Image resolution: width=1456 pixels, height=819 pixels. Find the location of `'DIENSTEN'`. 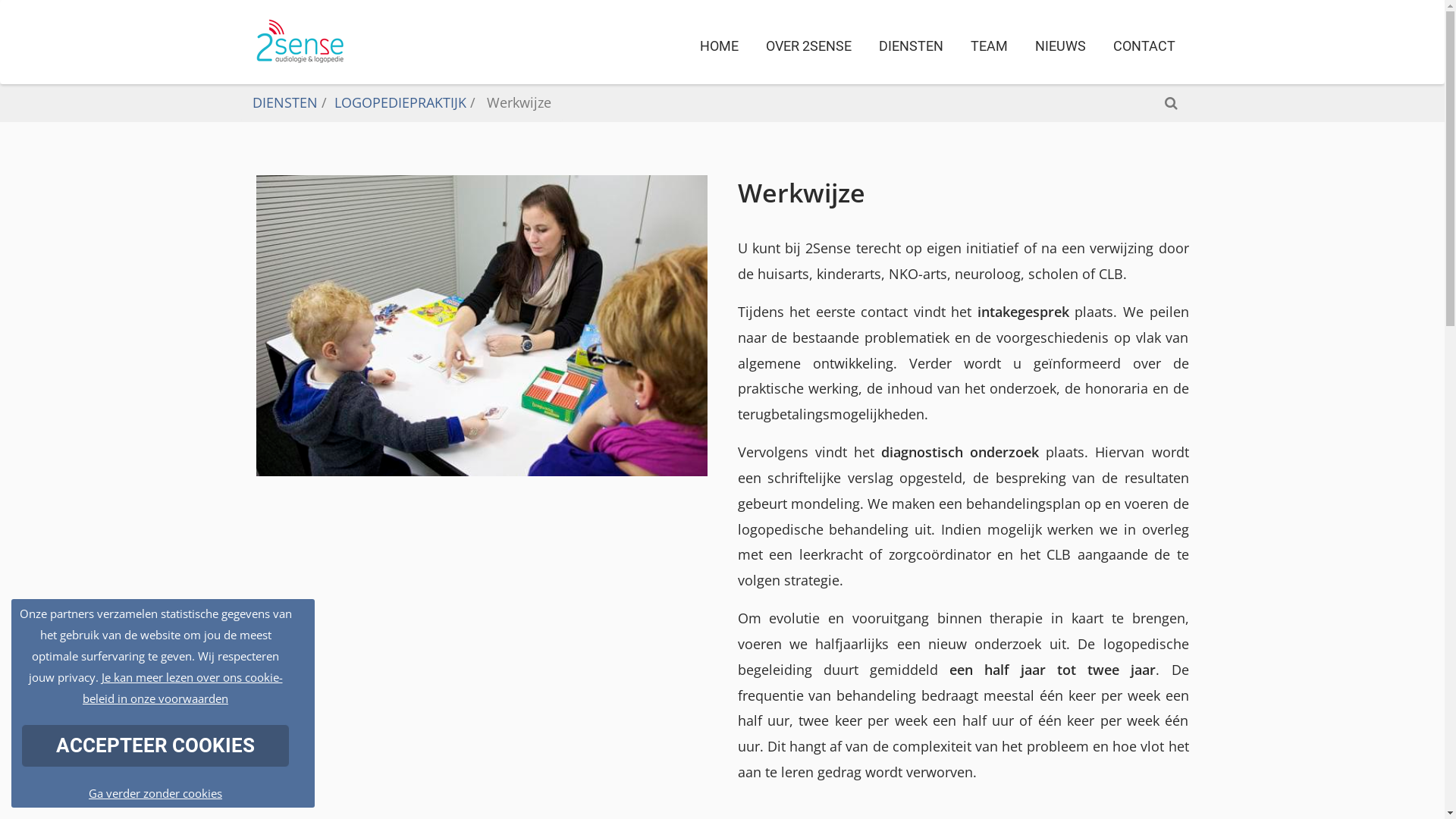

'DIENSTEN' is located at coordinates (284, 102).